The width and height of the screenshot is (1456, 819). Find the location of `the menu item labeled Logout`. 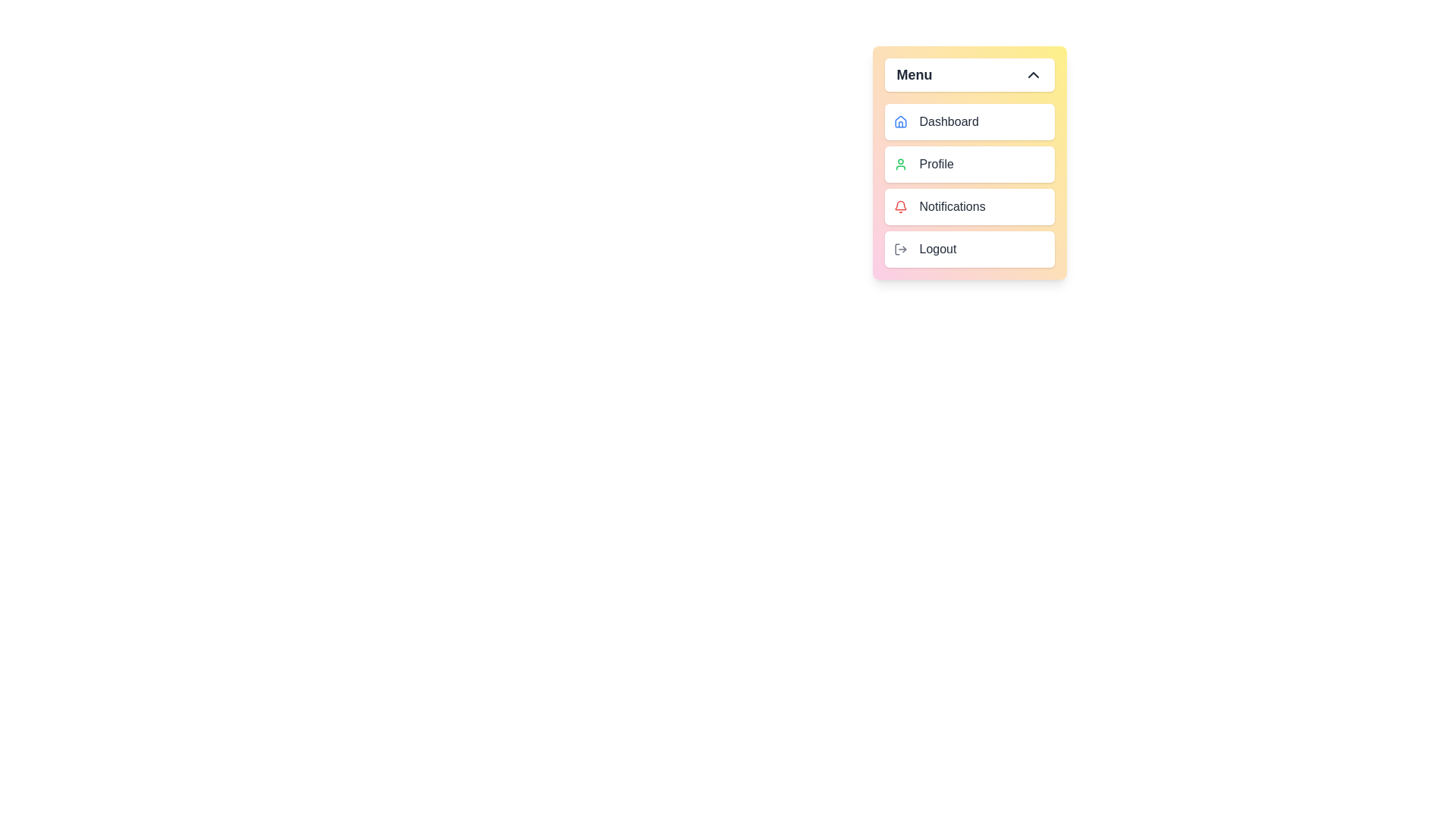

the menu item labeled Logout is located at coordinates (968, 248).